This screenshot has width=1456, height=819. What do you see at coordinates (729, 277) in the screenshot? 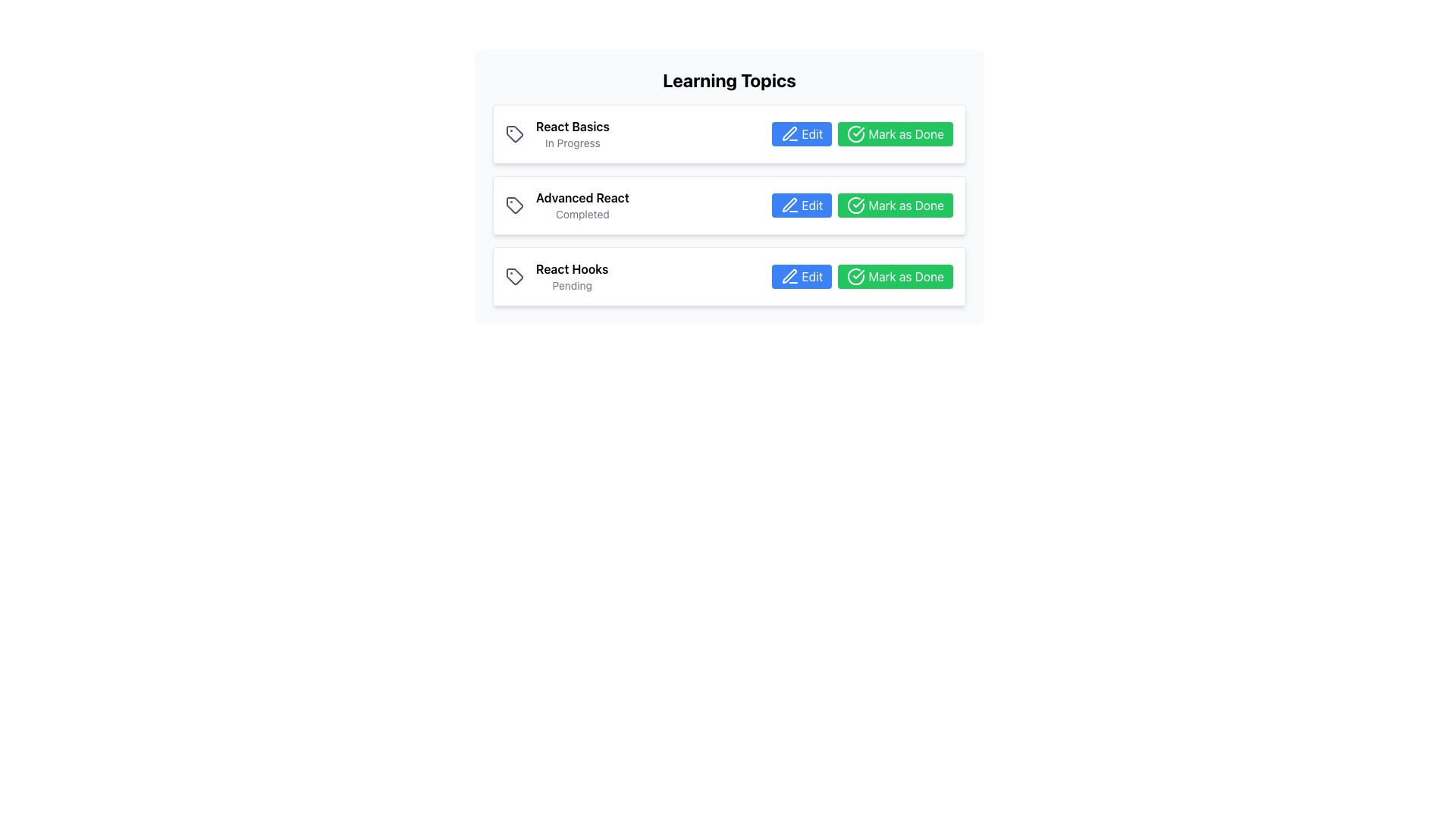
I see `the 'Mark as Done' button on the List Item element labeled 'React Hooks'` at bounding box center [729, 277].